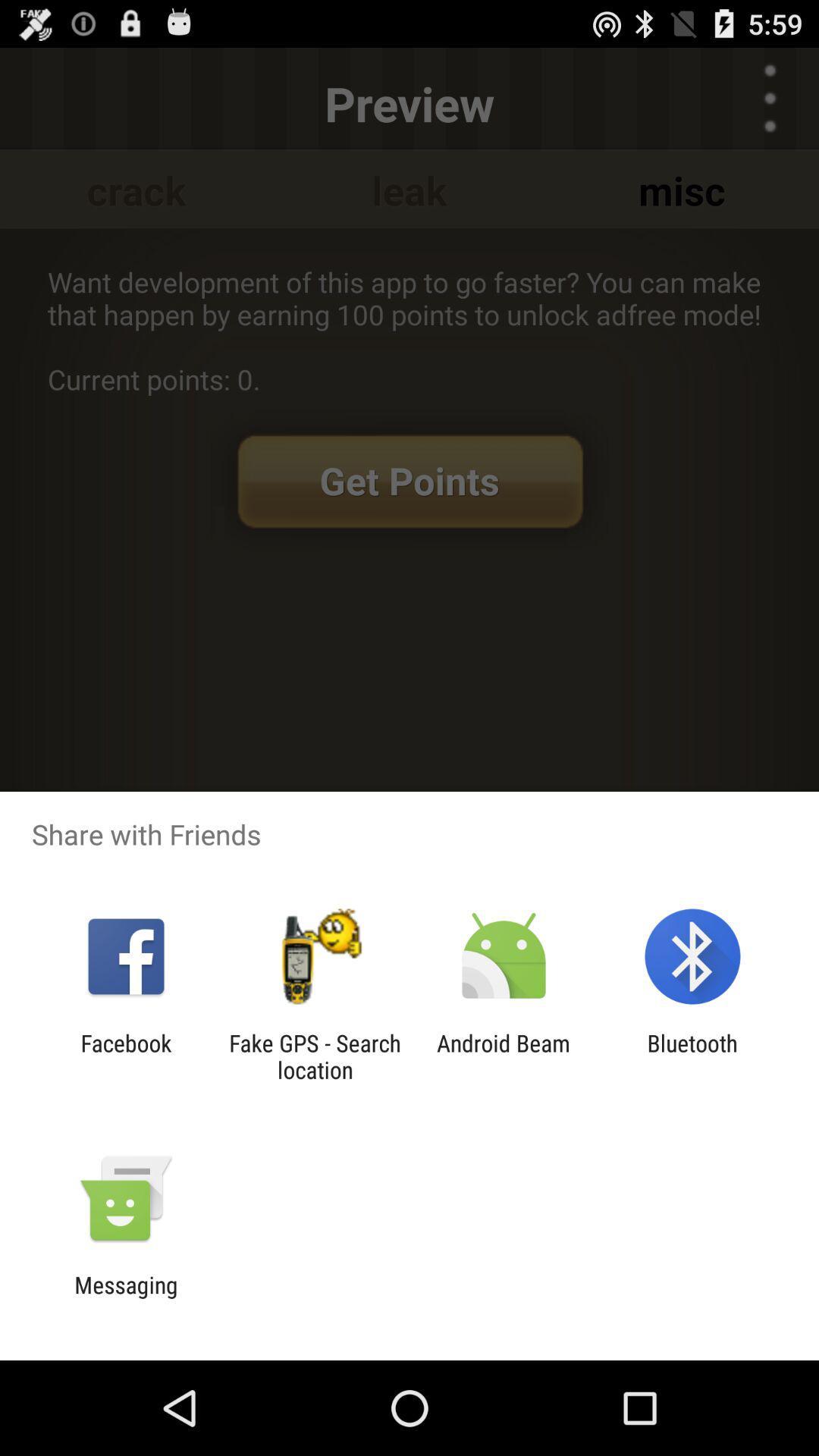  Describe the element at coordinates (692, 1056) in the screenshot. I see `bluetooth at the bottom right corner` at that location.